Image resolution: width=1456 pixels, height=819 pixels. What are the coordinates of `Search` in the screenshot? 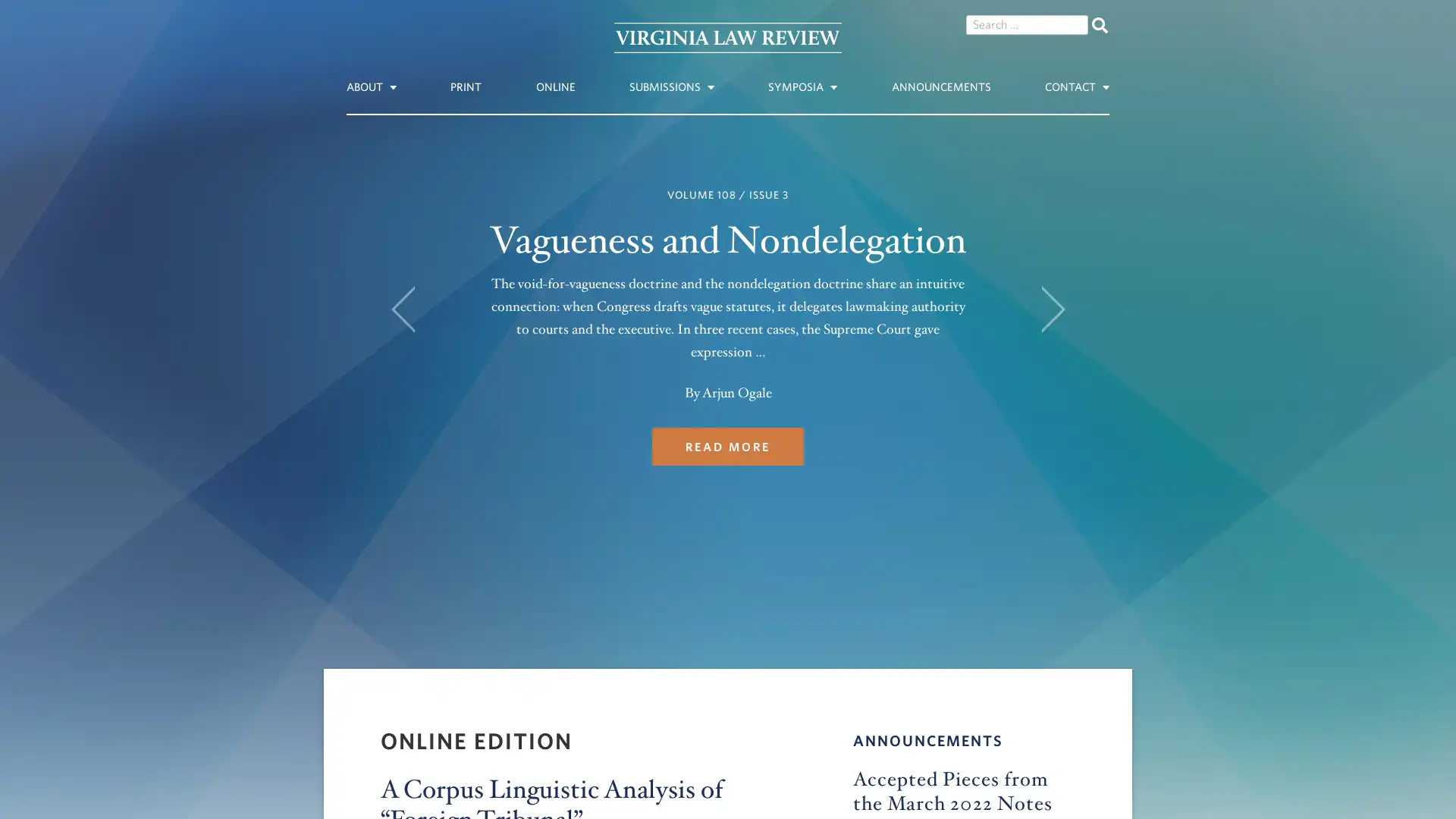 It's located at (1099, 25).